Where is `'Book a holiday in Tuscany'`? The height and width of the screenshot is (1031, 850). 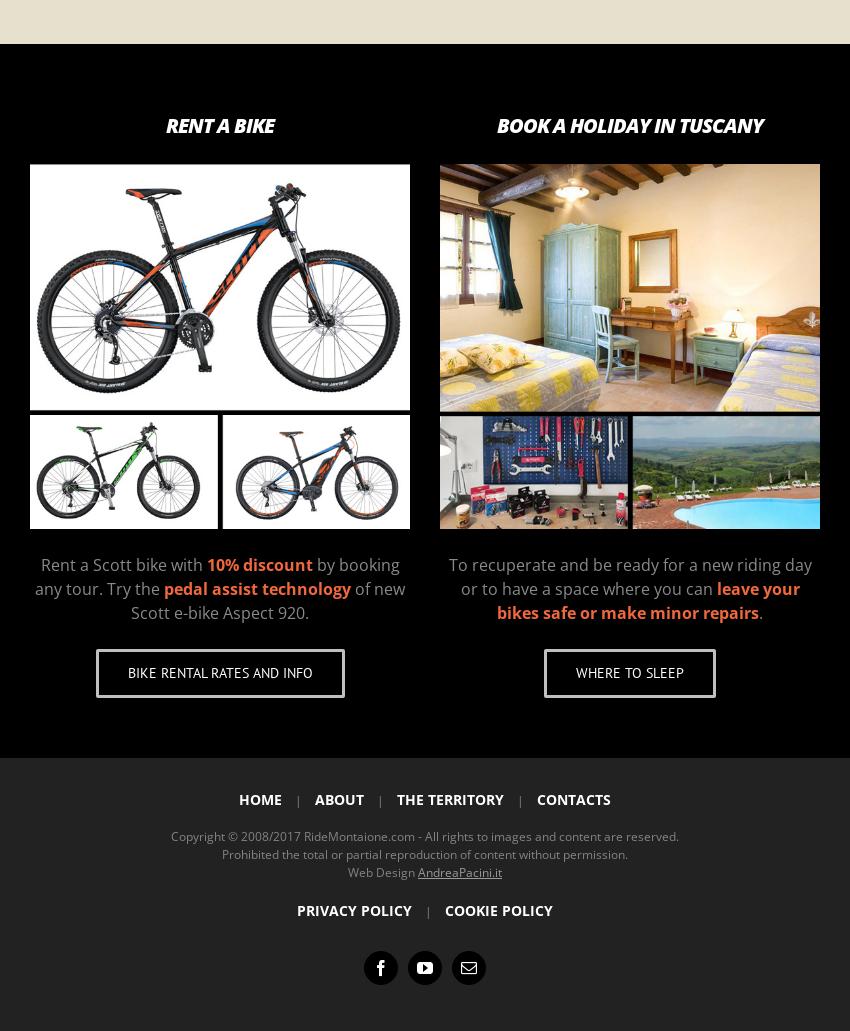 'Book a holiday in Tuscany' is located at coordinates (629, 123).